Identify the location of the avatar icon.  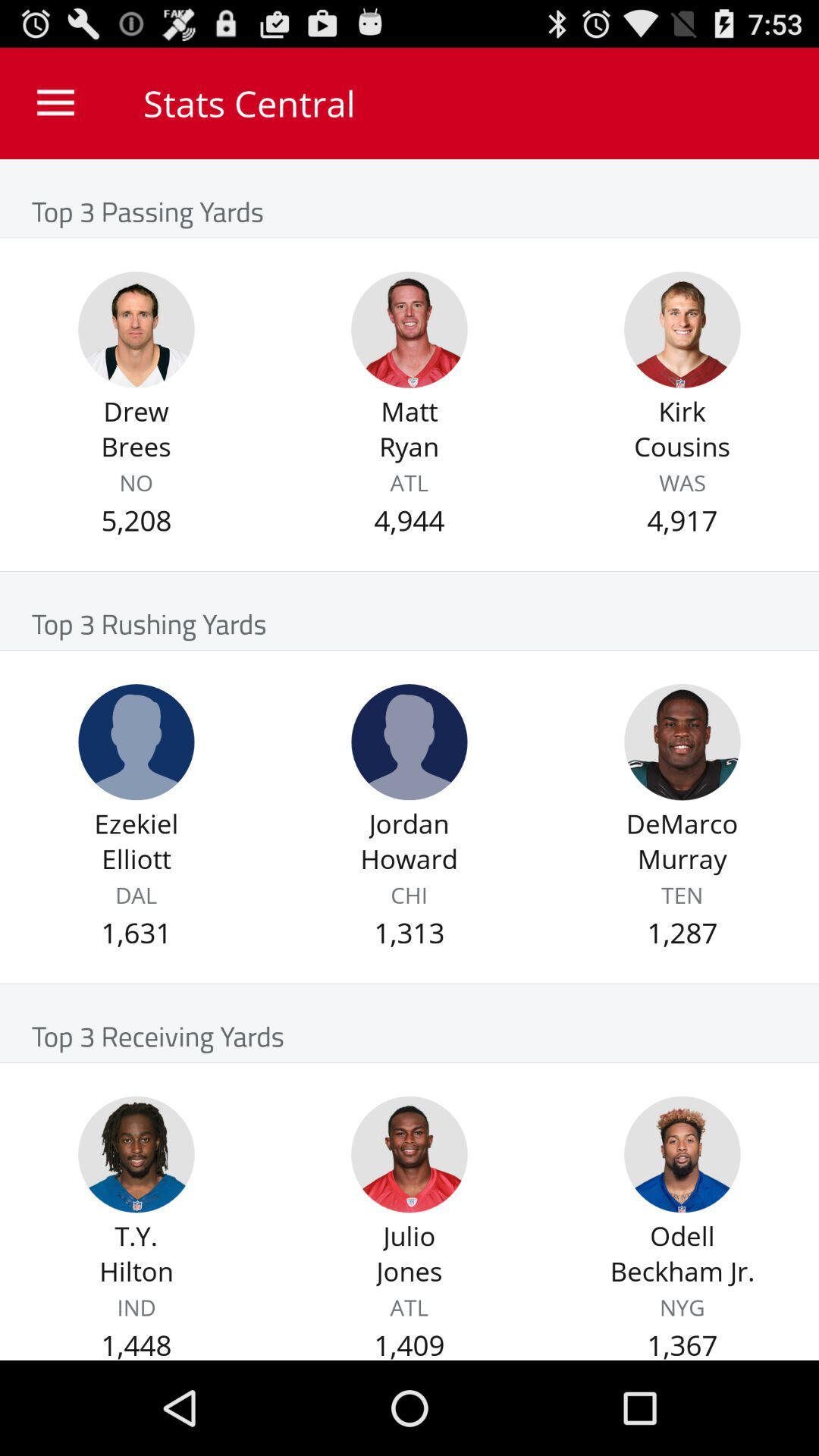
(681, 352).